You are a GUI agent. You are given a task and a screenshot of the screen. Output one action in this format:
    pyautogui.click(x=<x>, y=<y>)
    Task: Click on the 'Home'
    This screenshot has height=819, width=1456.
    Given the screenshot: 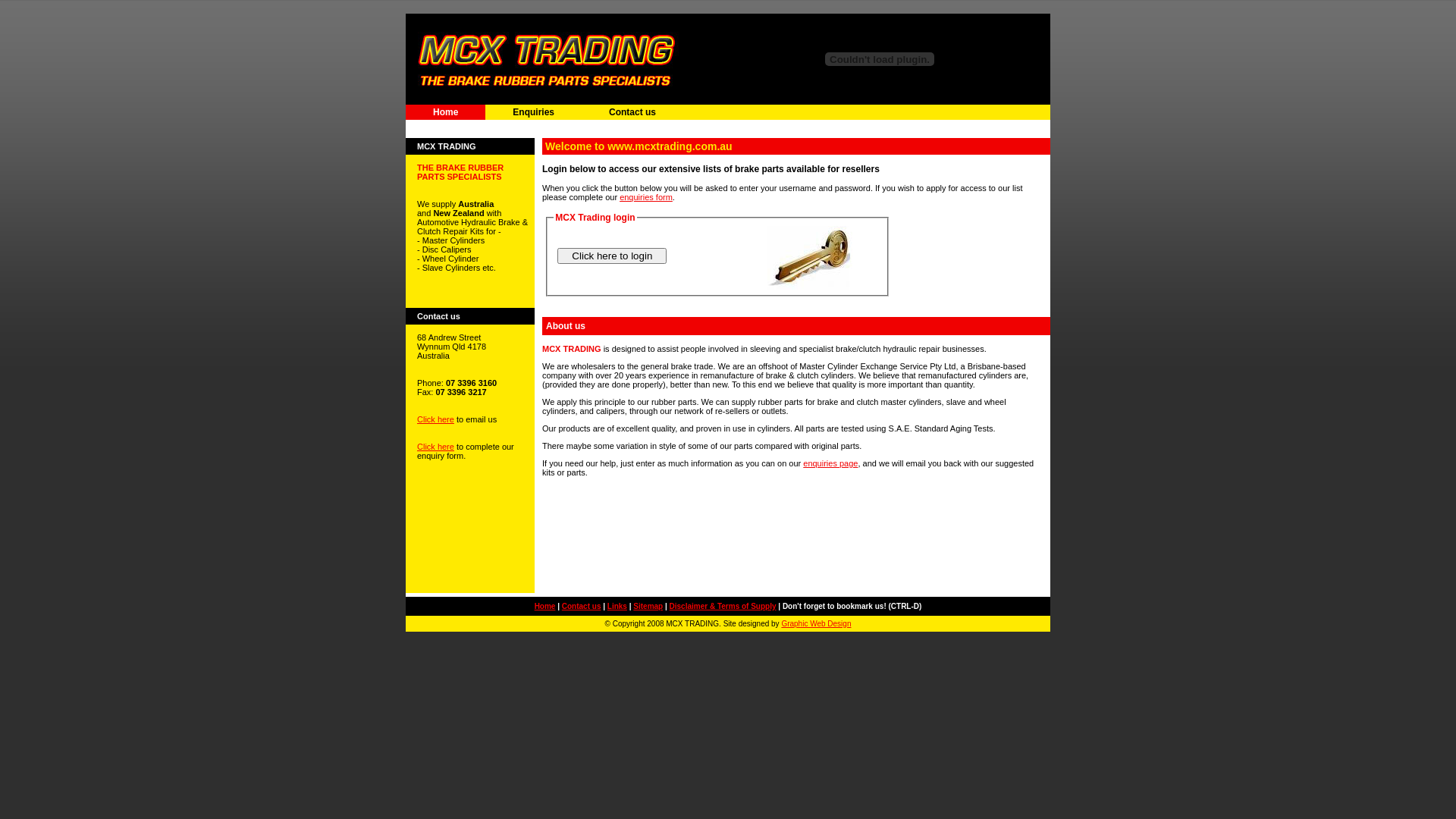 What is the action you would take?
    pyautogui.click(x=405, y=111)
    